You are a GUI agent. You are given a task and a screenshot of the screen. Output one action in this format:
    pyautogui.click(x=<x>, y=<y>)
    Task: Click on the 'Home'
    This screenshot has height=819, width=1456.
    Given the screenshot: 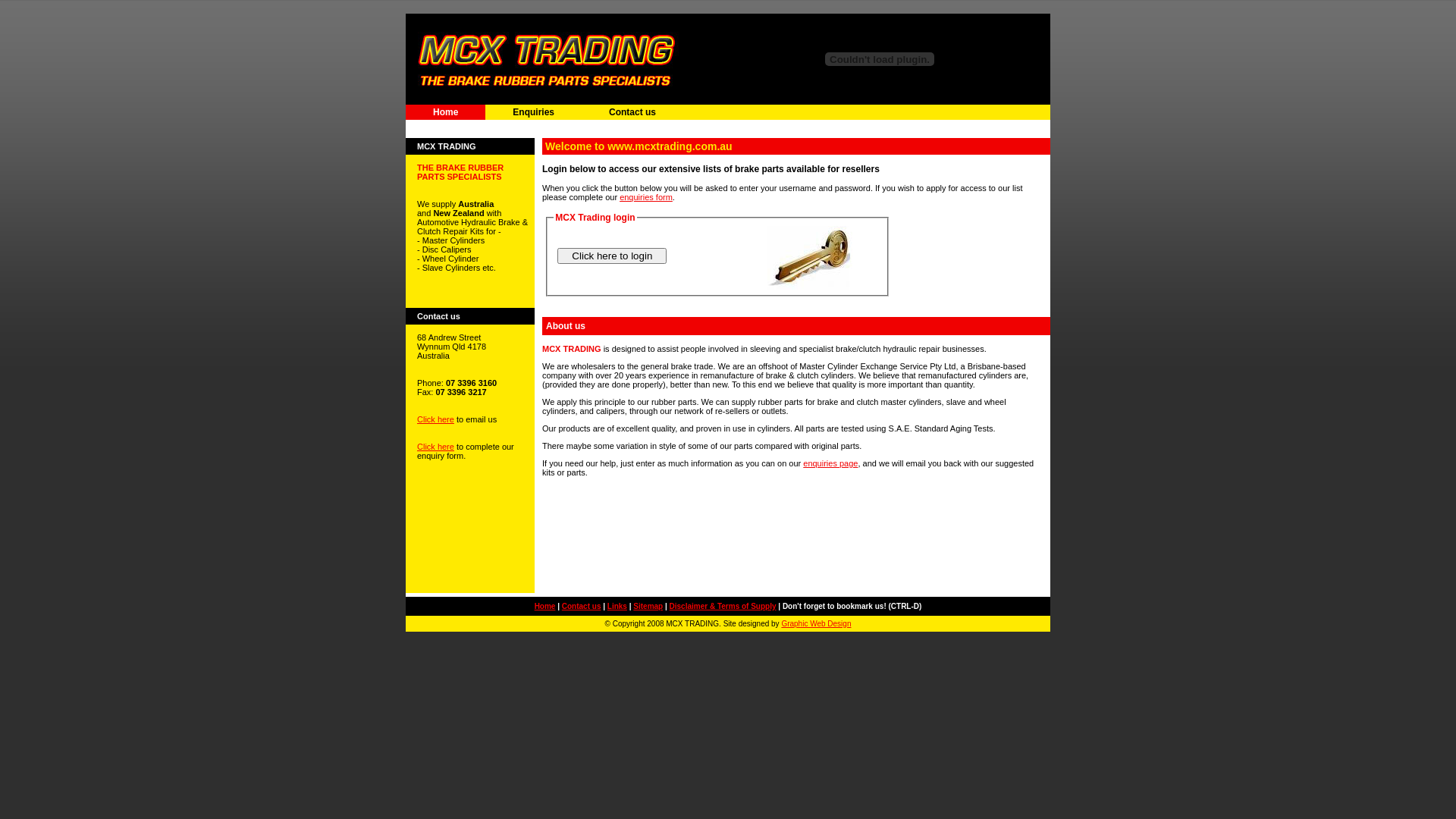 What is the action you would take?
    pyautogui.click(x=405, y=111)
    